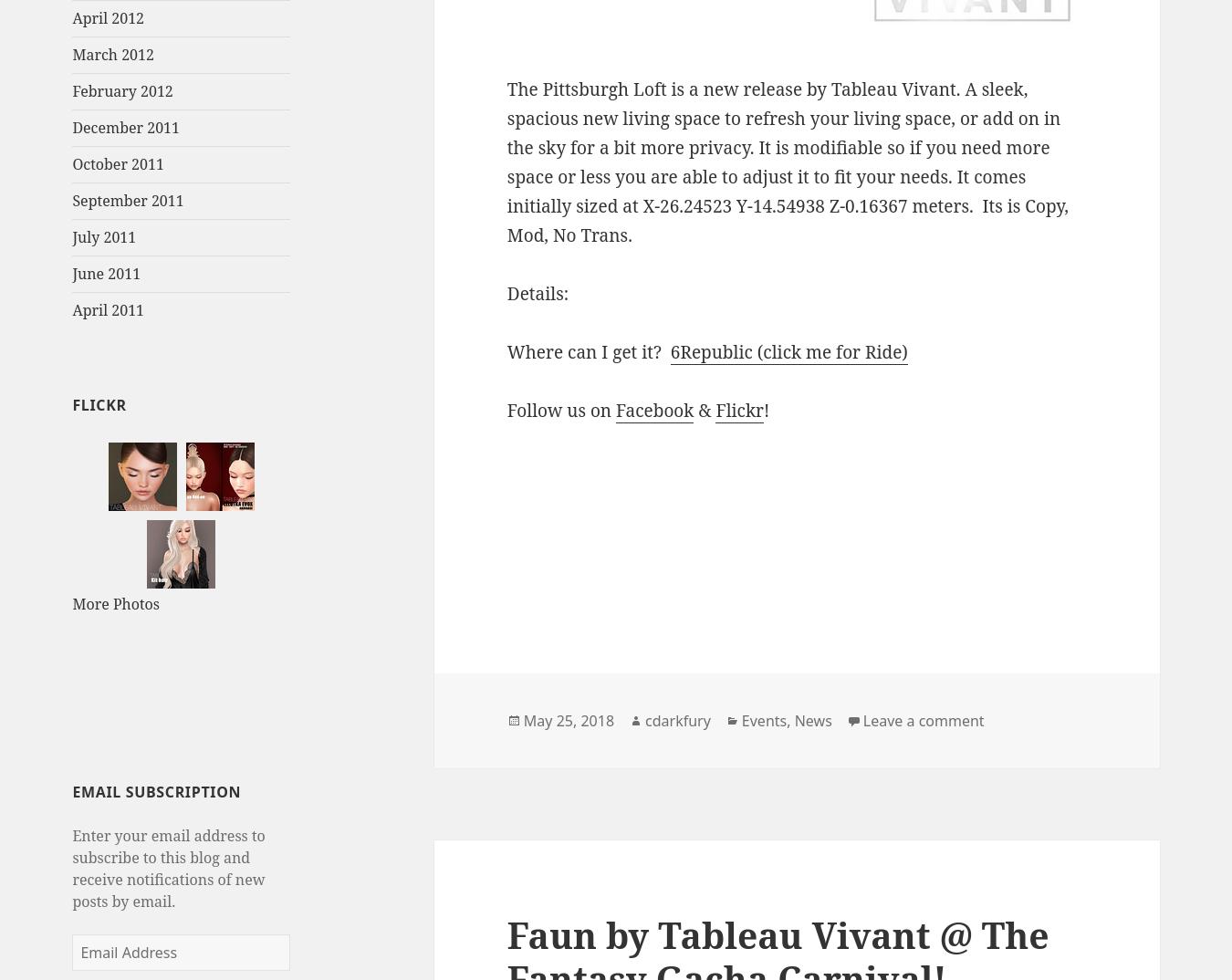  Describe the element at coordinates (569, 720) in the screenshot. I see `'May 25, 2018'` at that location.